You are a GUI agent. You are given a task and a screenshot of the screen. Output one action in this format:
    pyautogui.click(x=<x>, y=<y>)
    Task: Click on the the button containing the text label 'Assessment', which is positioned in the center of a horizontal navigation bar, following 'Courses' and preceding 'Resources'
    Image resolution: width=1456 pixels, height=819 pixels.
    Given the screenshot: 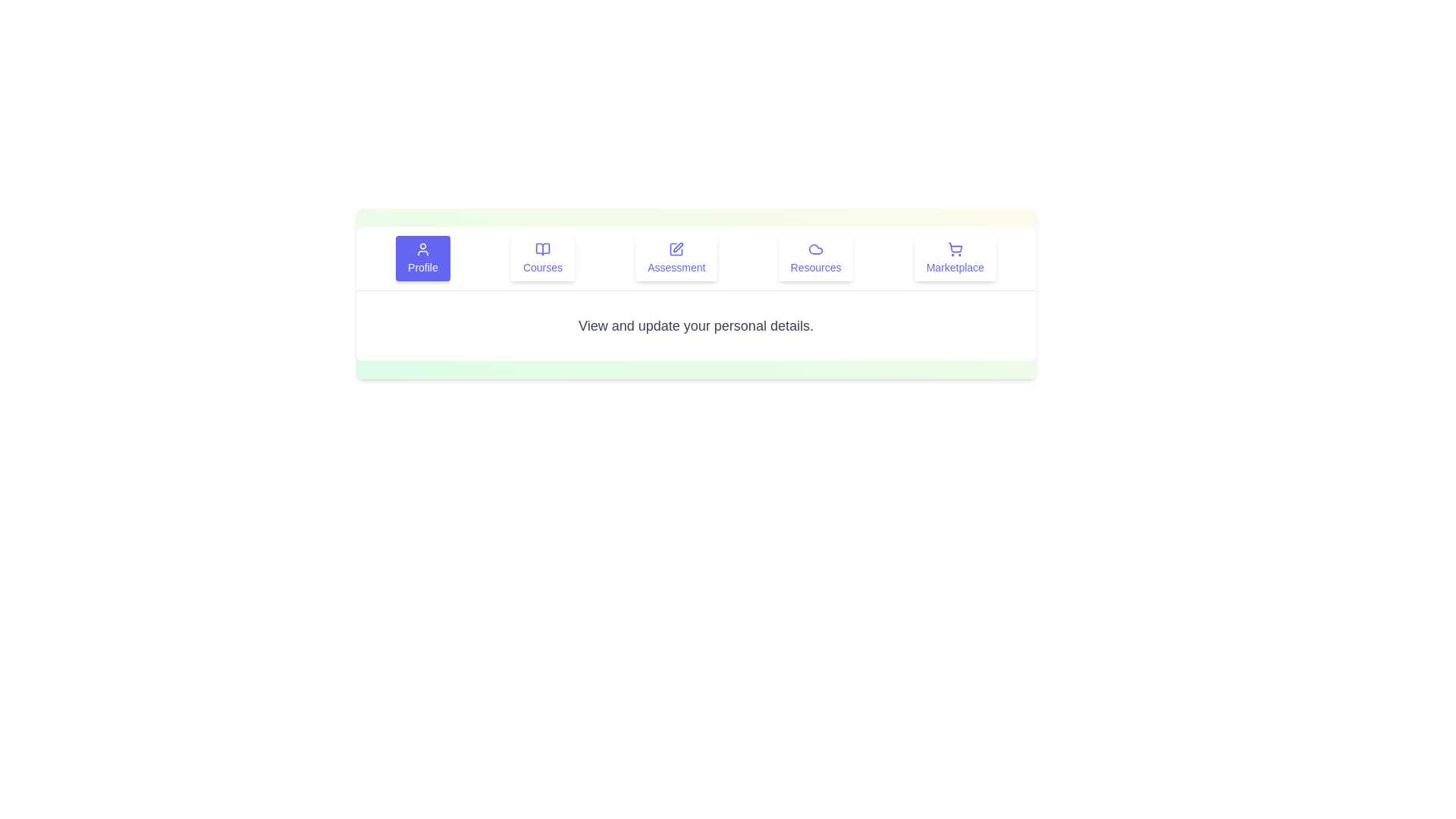 What is the action you would take?
    pyautogui.click(x=676, y=267)
    